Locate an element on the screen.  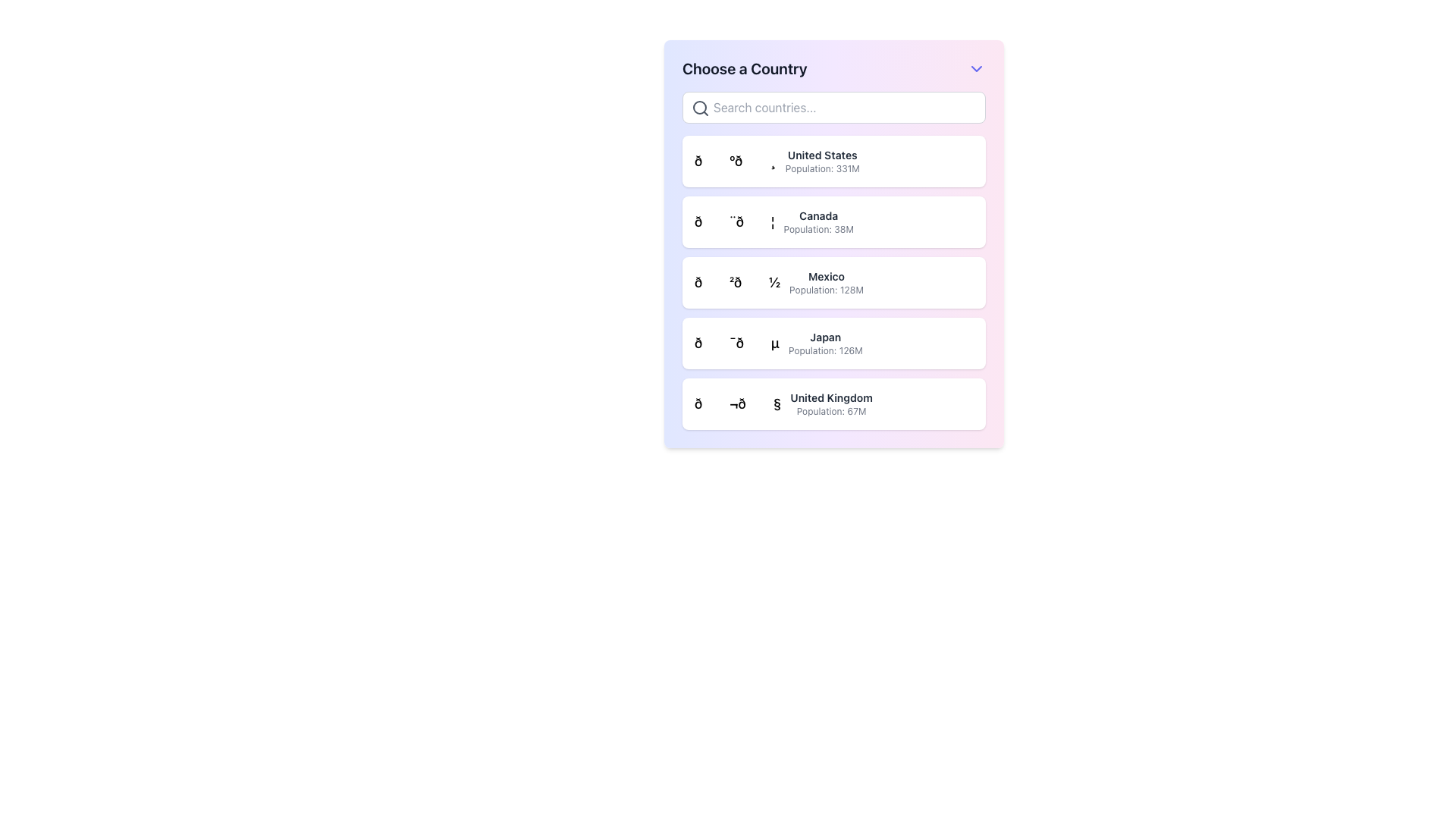
the list item for 'Mexico' in the 'Choose a Country' card is located at coordinates (833, 283).